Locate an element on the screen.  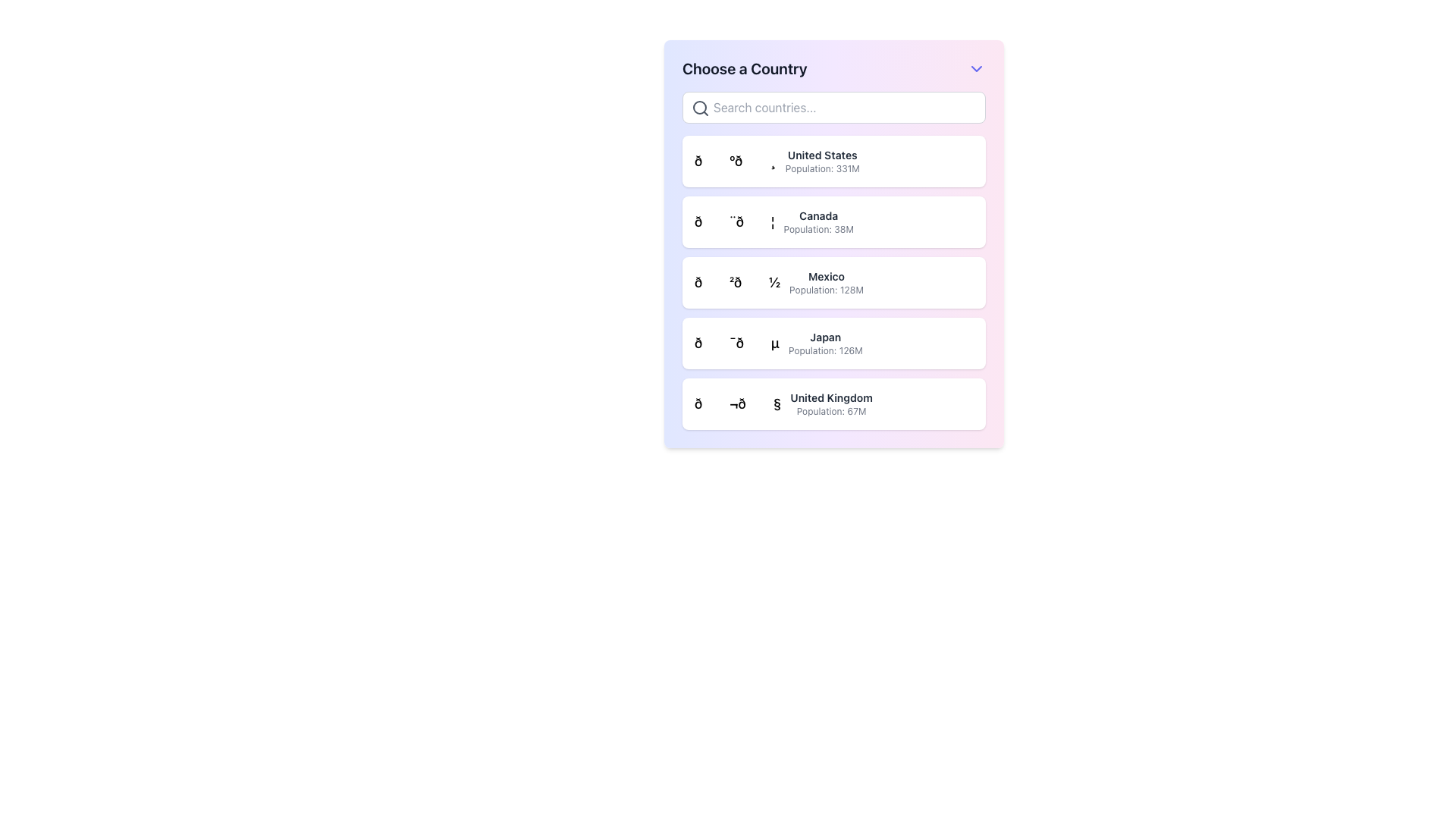
the list item for 'Mexico' in the 'Choose a Country' card is located at coordinates (833, 283).